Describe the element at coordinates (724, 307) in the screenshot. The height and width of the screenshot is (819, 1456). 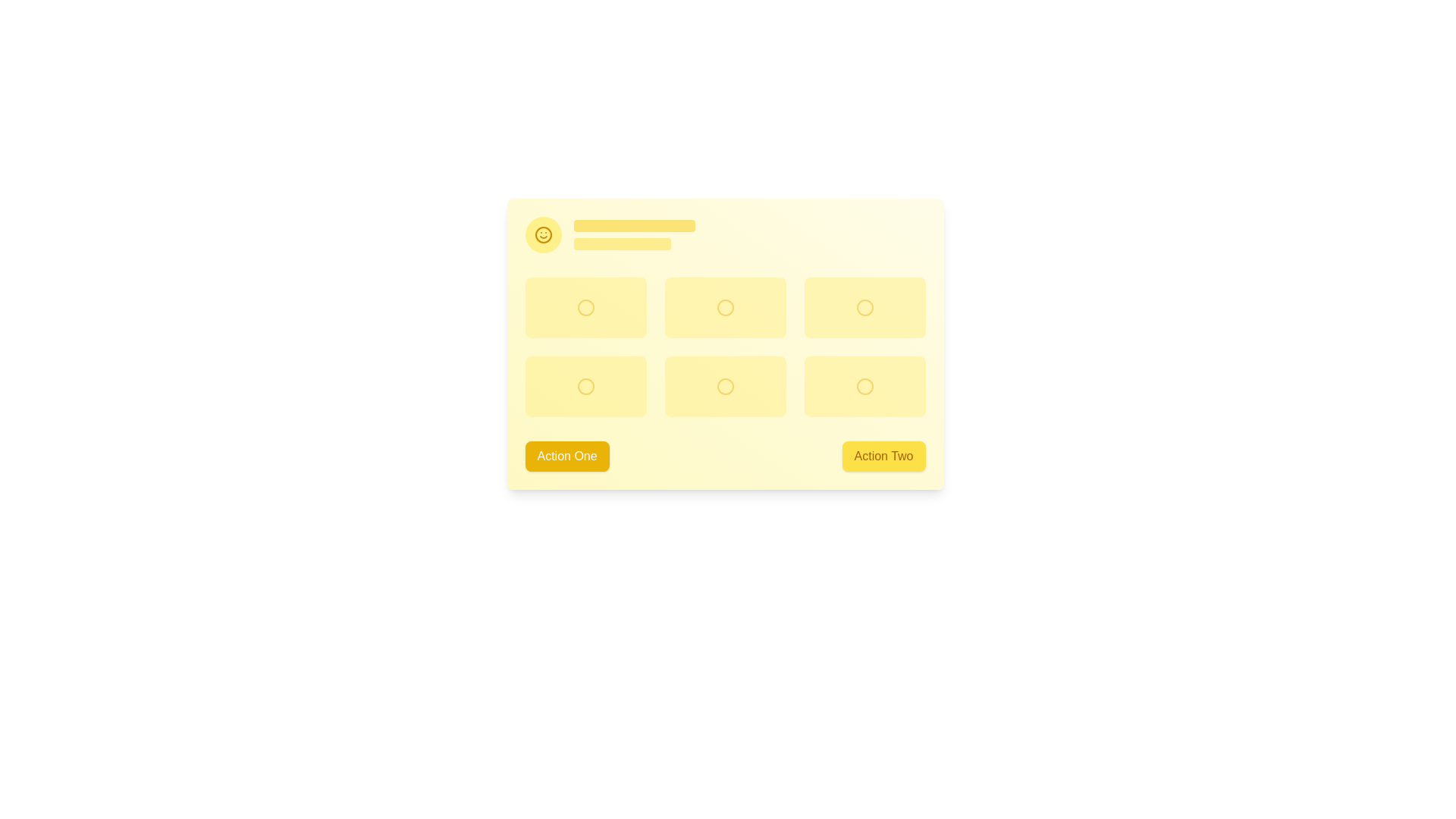
I see `the card or button-style block located in the second column of the first row of the 3x3 grid layout` at that location.